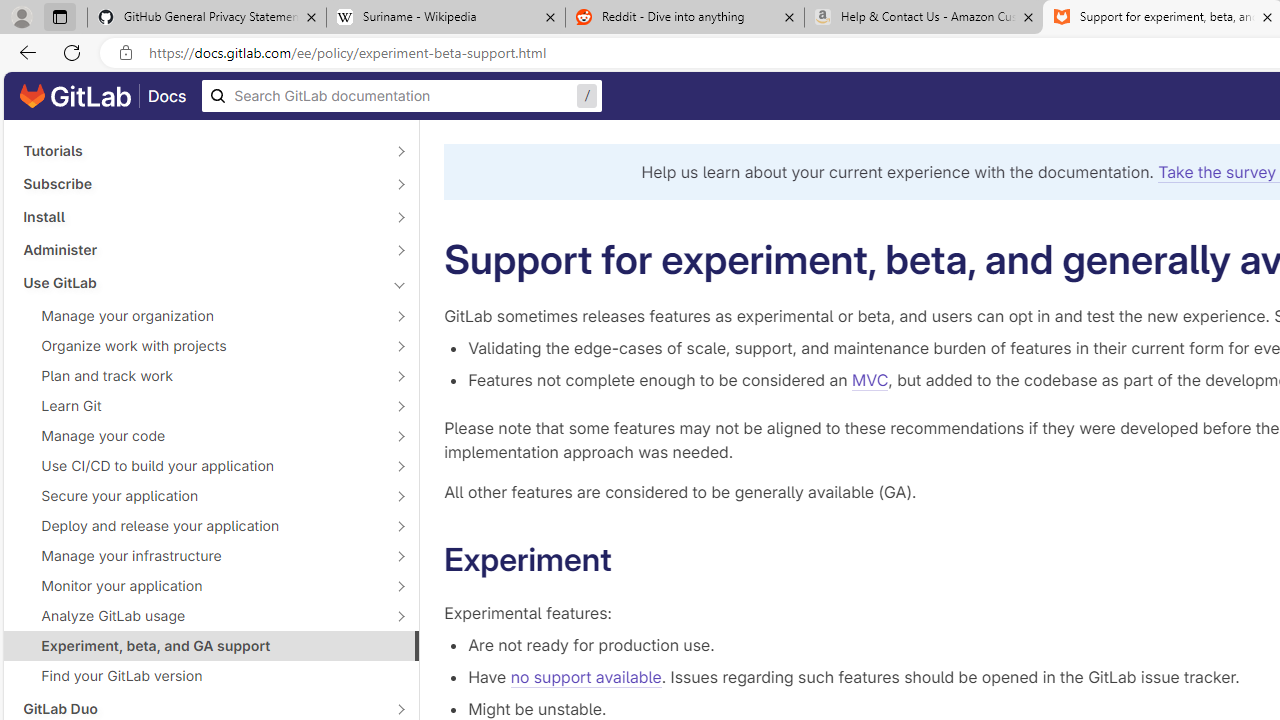 The height and width of the screenshot is (720, 1280). I want to click on 'GitLab documentation home', so click(75, 96).